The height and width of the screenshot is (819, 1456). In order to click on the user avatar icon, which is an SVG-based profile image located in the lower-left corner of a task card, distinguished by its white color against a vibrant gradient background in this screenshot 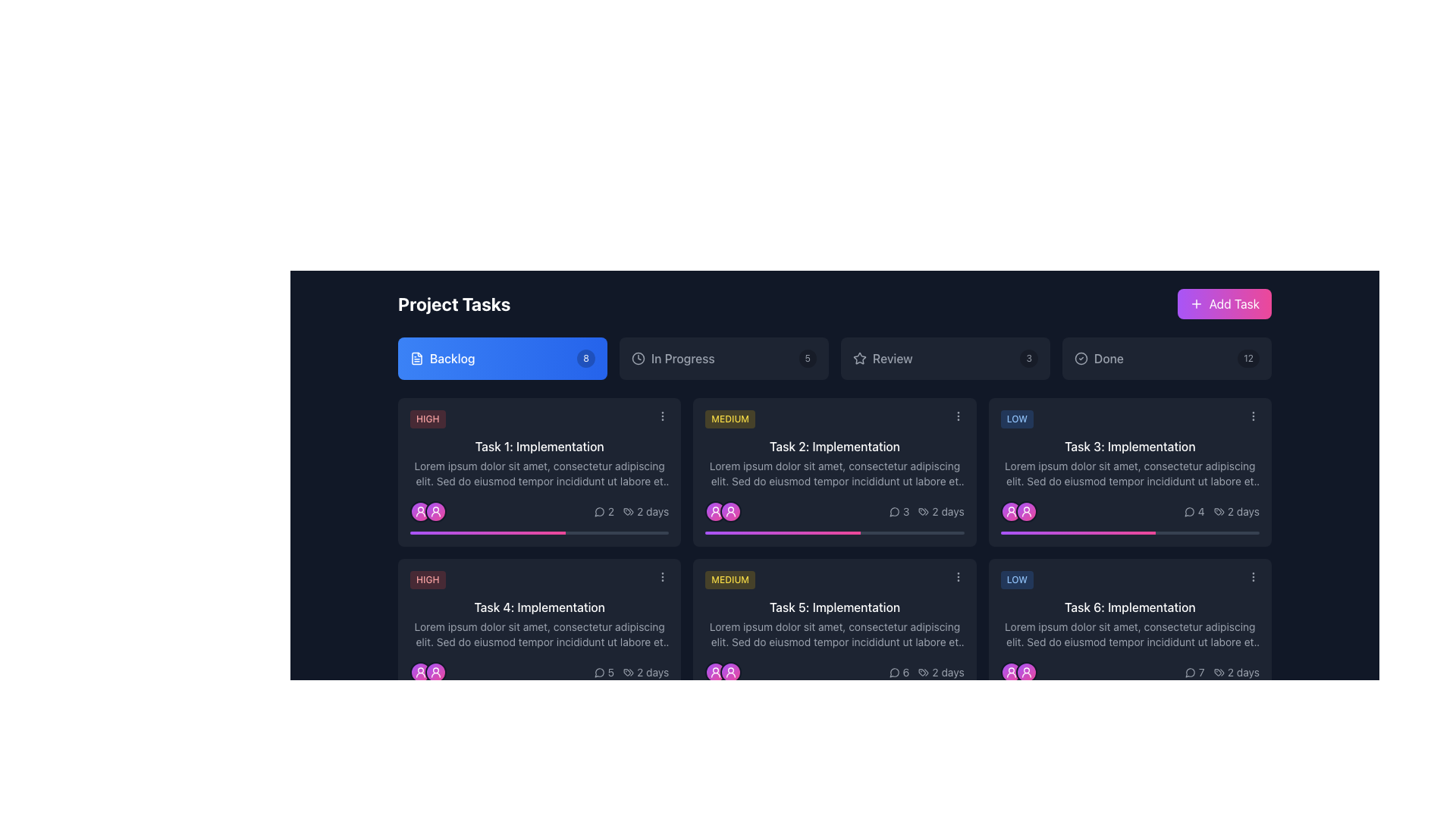, I will do `click(421, 672)`.